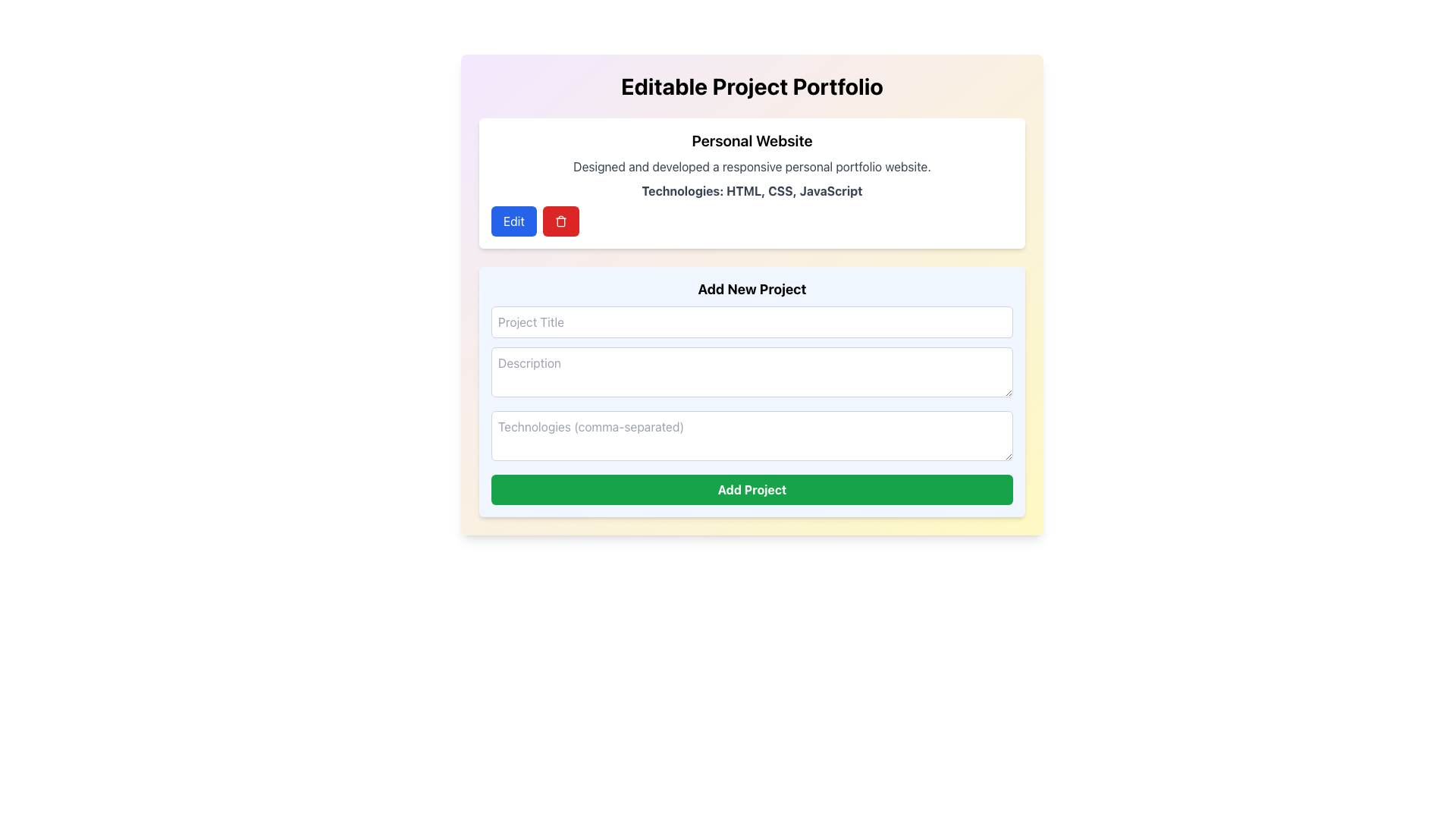 The height and width of the screenshot is (819, 1456). I want to click on the 'Edit' button, which is a vibrant blue rounded rectangular button with bold white text, so click(513, 221).